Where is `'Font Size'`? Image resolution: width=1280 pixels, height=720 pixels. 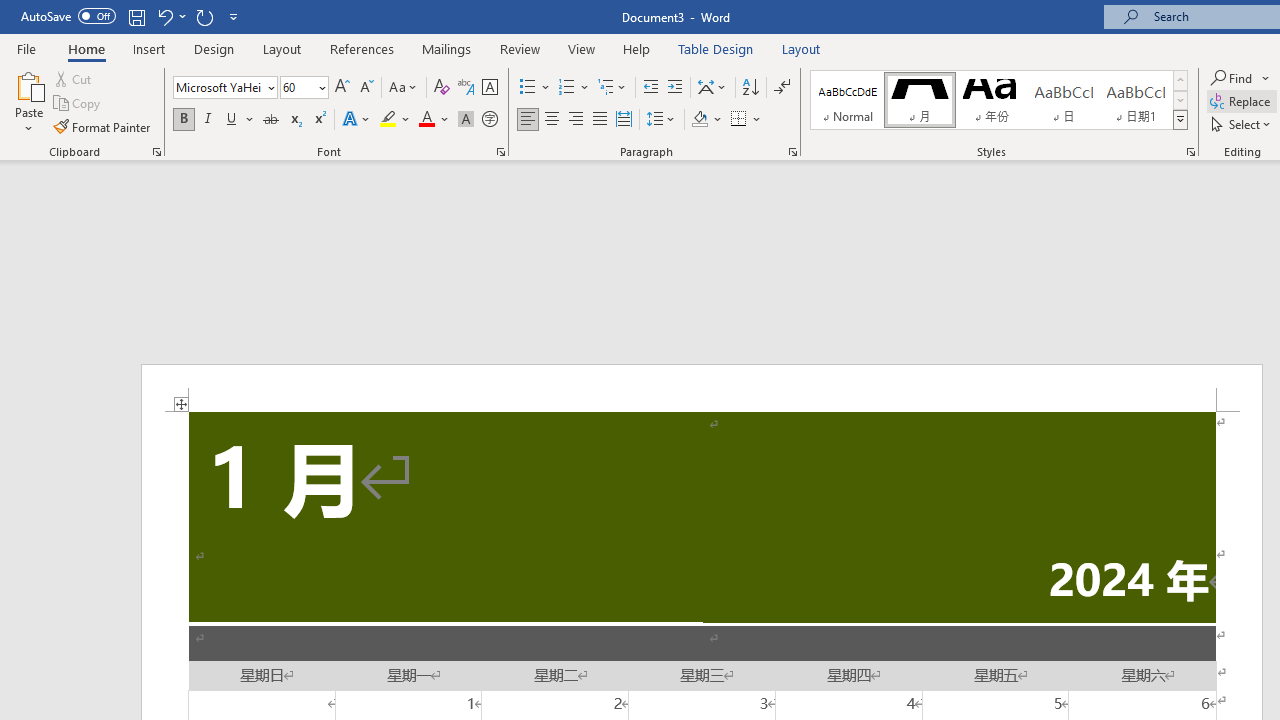
'Font Size' is located at coordinates (297, 86).